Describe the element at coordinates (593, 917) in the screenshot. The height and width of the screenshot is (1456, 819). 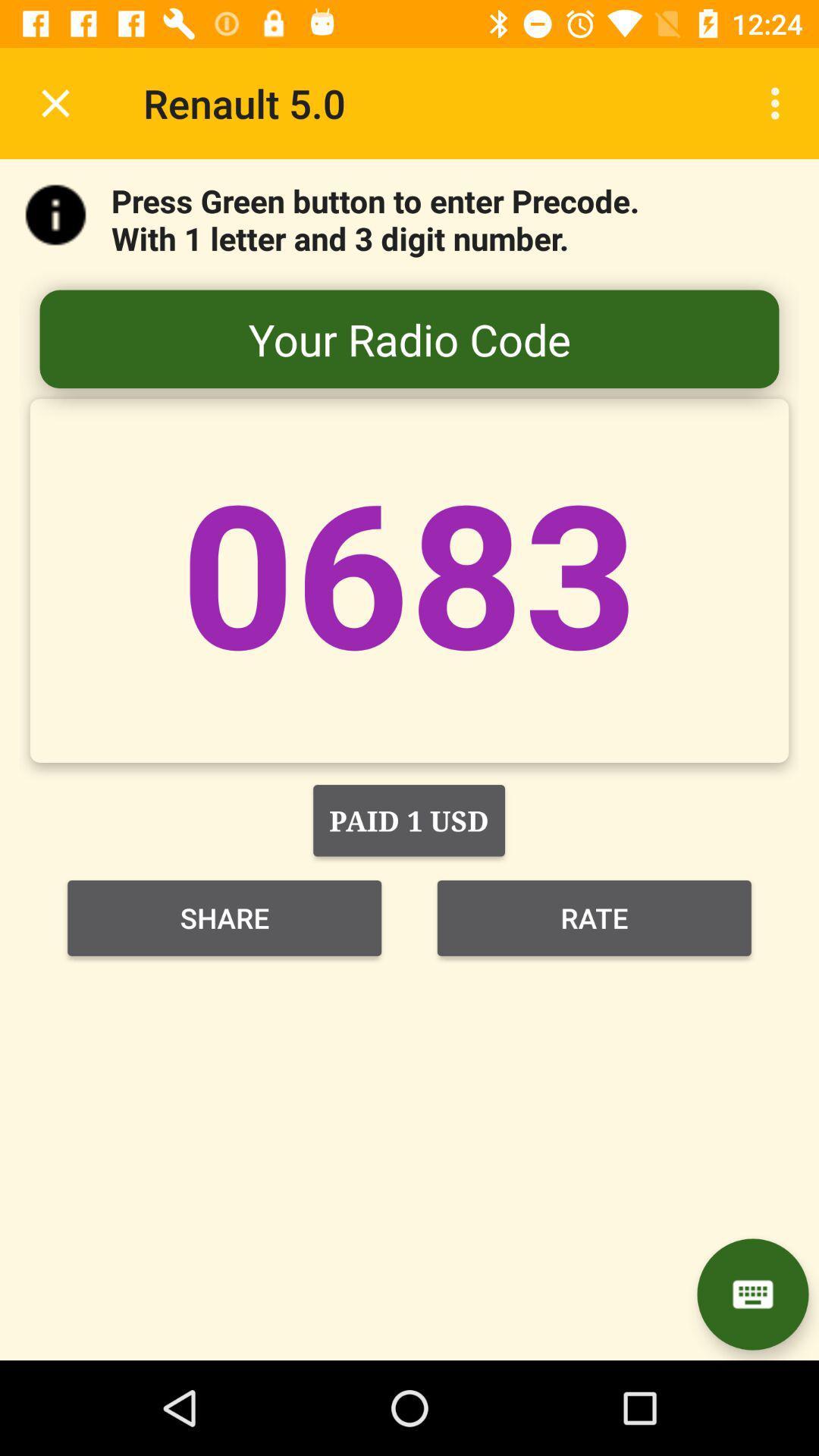
I see `item below the paid 1 usd item` at that location.